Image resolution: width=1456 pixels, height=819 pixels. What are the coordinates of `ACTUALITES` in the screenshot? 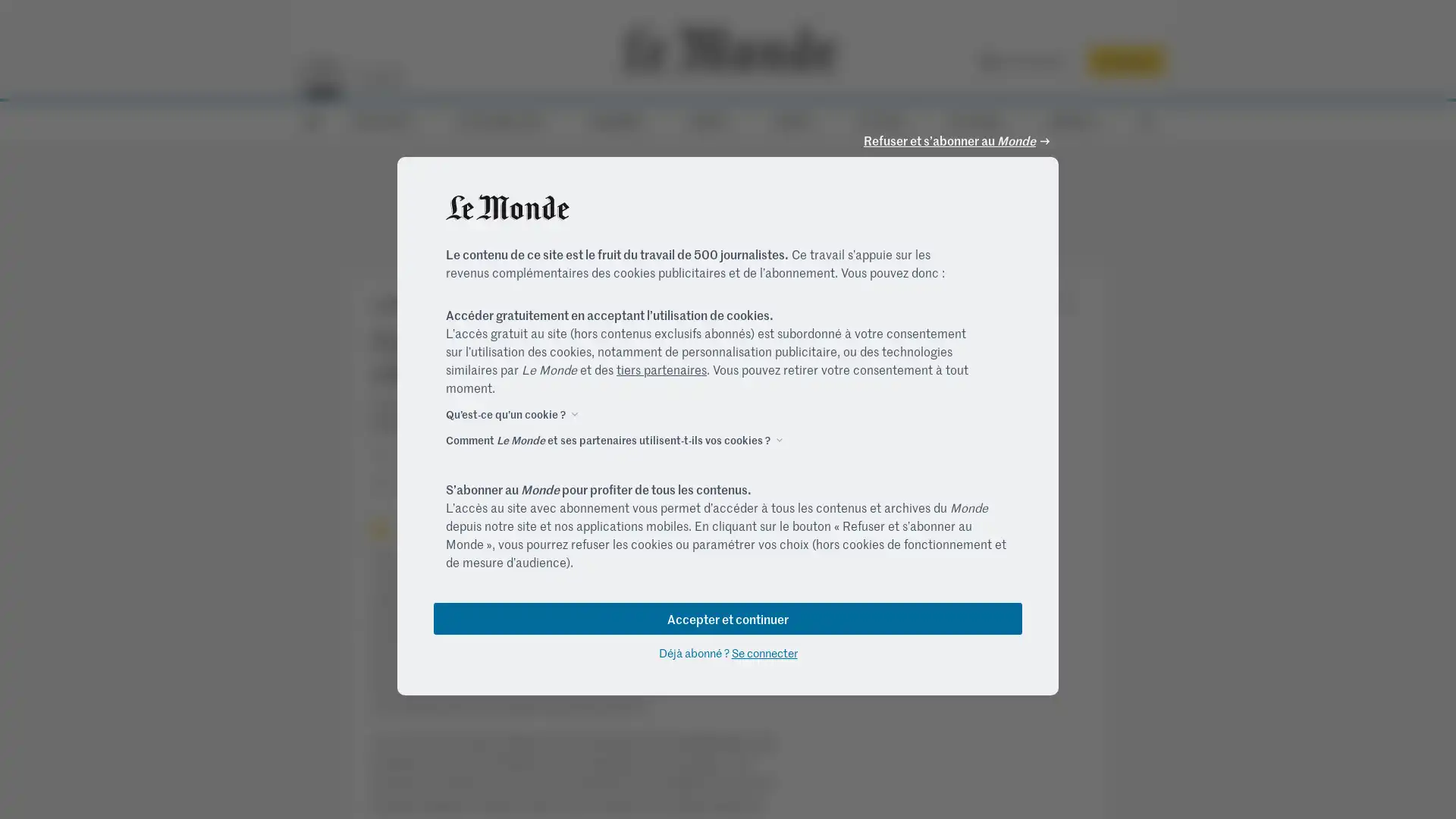 It's located at (388, 120).